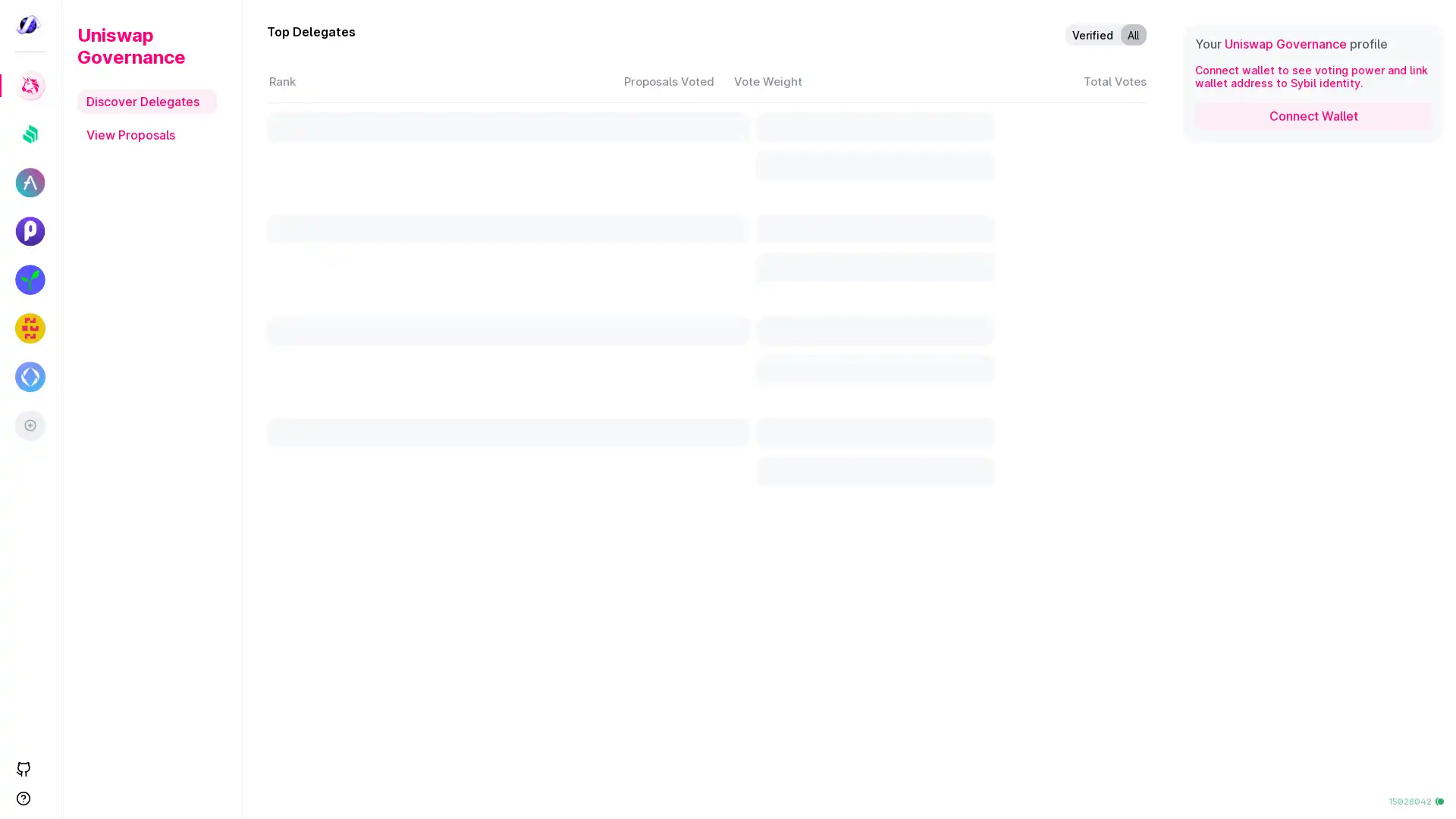  I want to click on Delegate, so click(1006, 132).